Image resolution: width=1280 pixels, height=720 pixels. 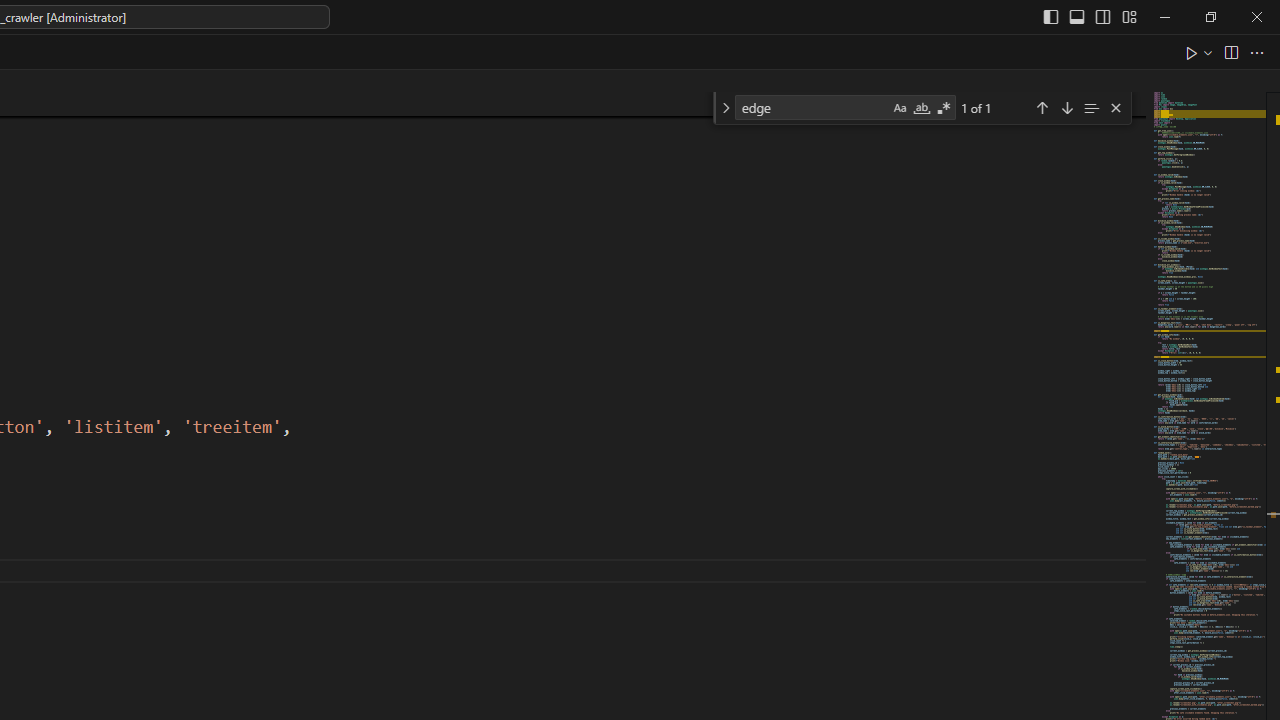 I want to click on 'Run Python File', so click(x=1192, y=51).